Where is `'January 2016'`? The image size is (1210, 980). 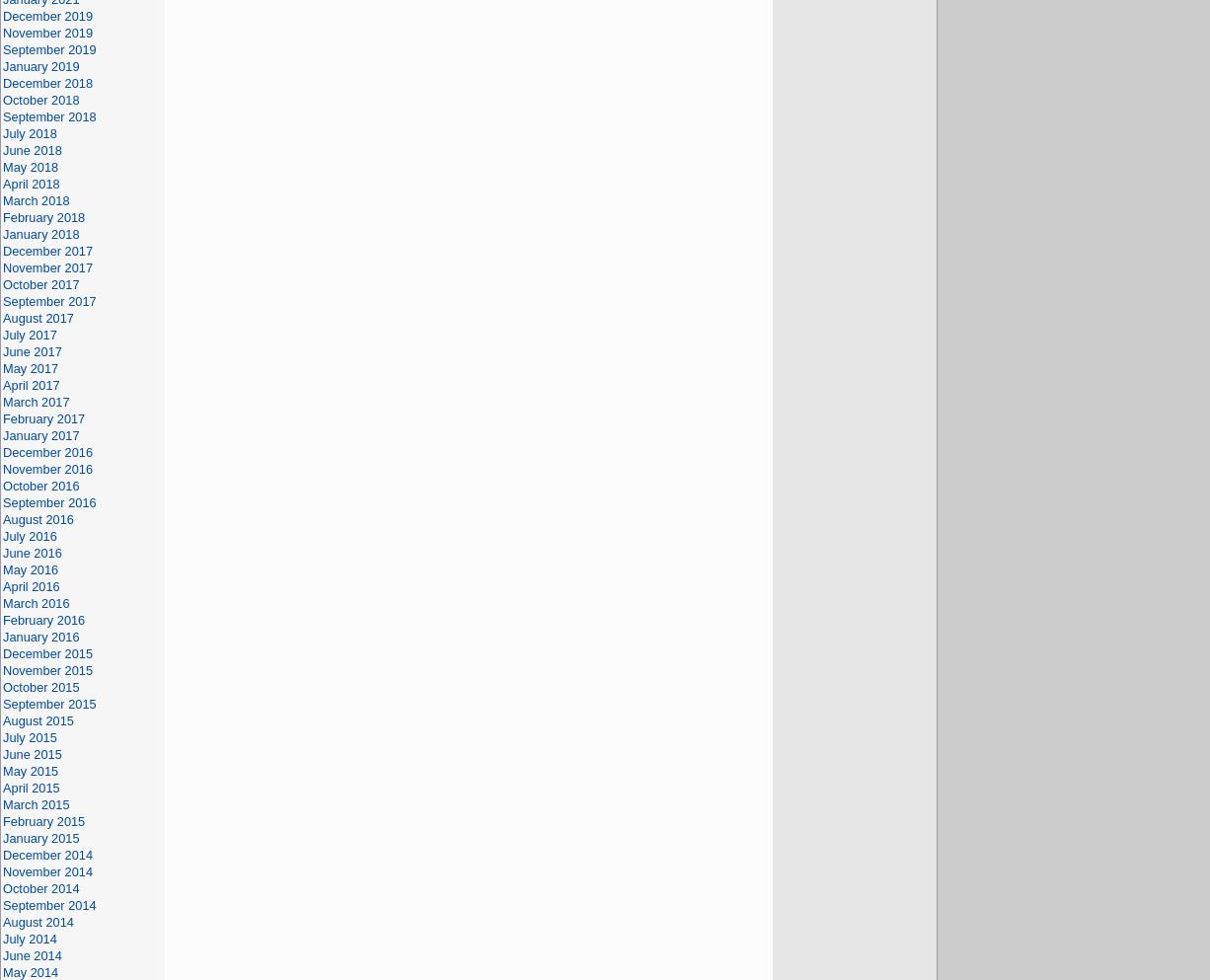 'January 2016' is located at coordinates (40, 636).